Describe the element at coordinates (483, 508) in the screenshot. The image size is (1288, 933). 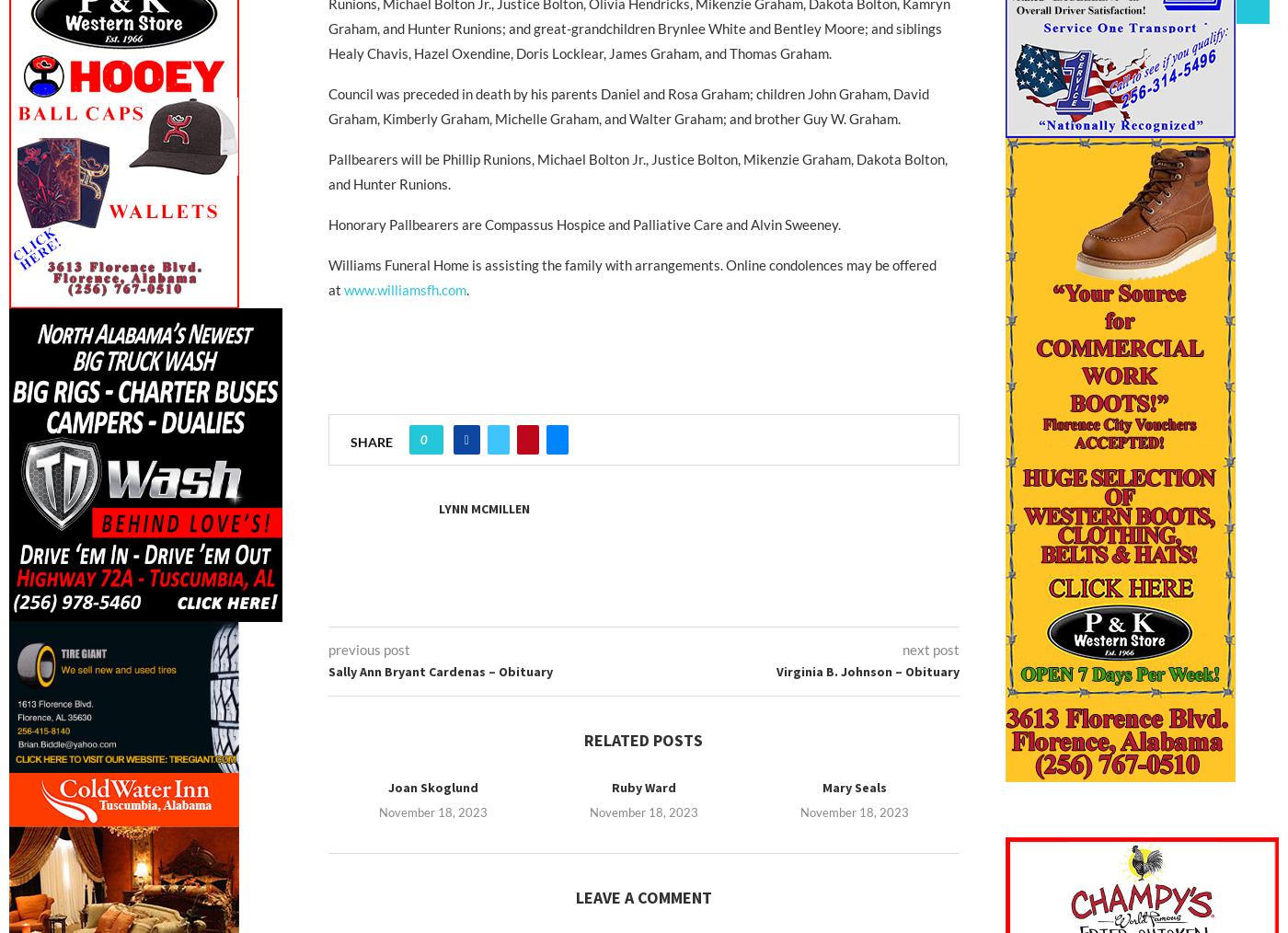
I see `'Lynn McMillen'` at that location.